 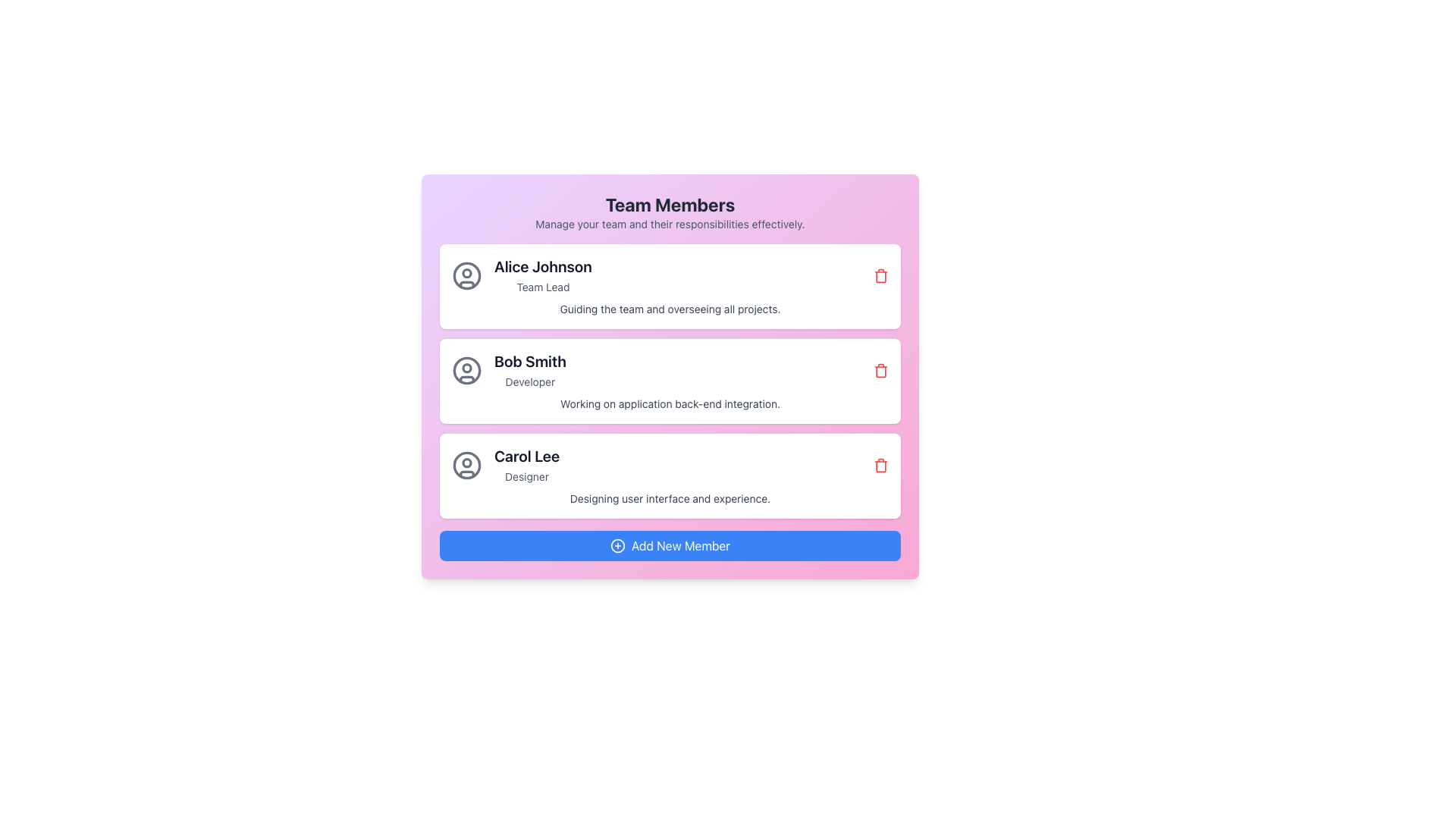 What do you see at coordinates (543, 265) in the screenshot?
I see `text label displaying the name 'Alice Johnson', which is a prominent title in a bold, dark gray font, located at the top of the member's details card` at bounding box center [543, 265].